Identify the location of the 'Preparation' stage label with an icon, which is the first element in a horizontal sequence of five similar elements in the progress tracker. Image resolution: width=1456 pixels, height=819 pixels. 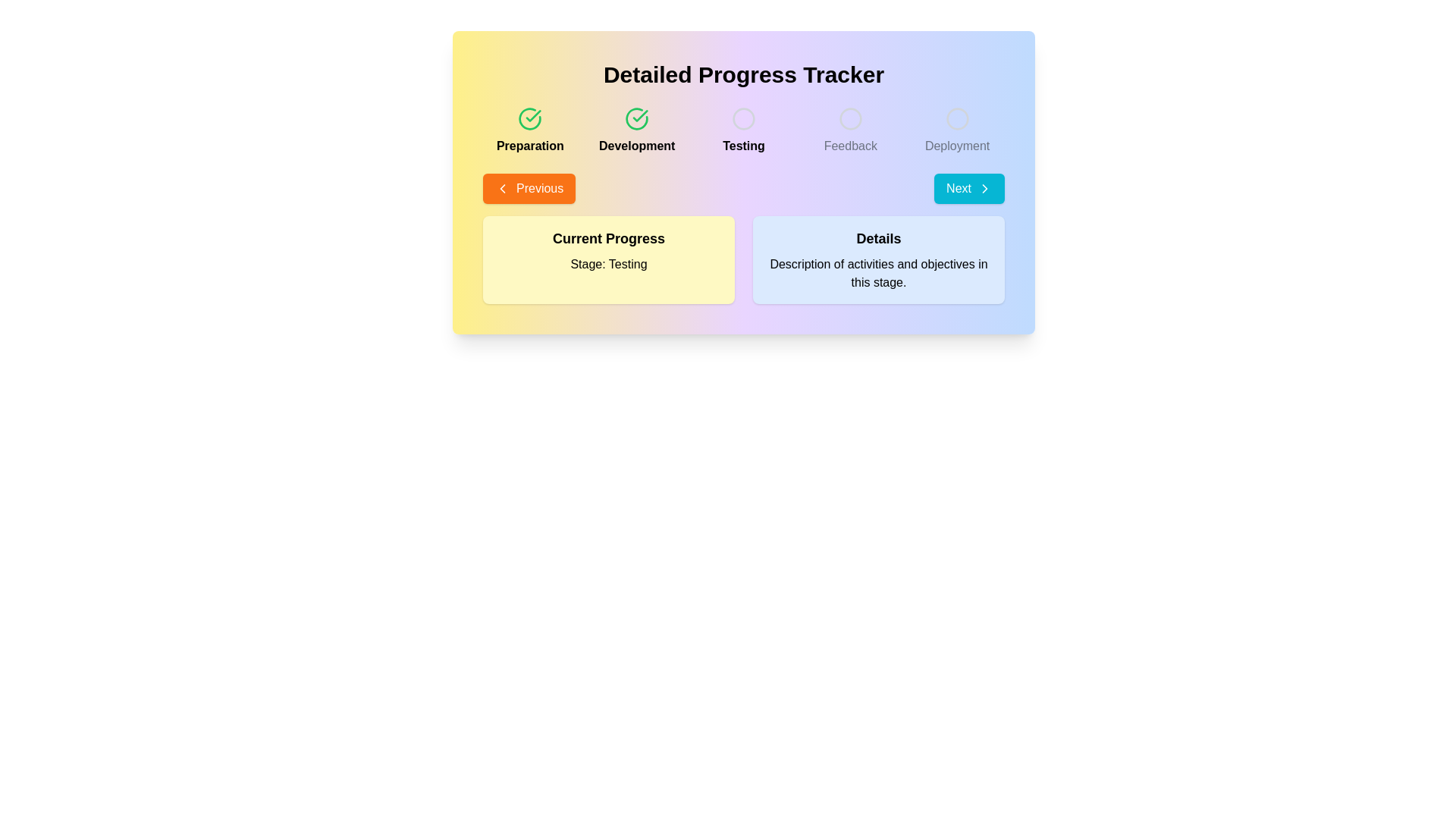
(530, 130).